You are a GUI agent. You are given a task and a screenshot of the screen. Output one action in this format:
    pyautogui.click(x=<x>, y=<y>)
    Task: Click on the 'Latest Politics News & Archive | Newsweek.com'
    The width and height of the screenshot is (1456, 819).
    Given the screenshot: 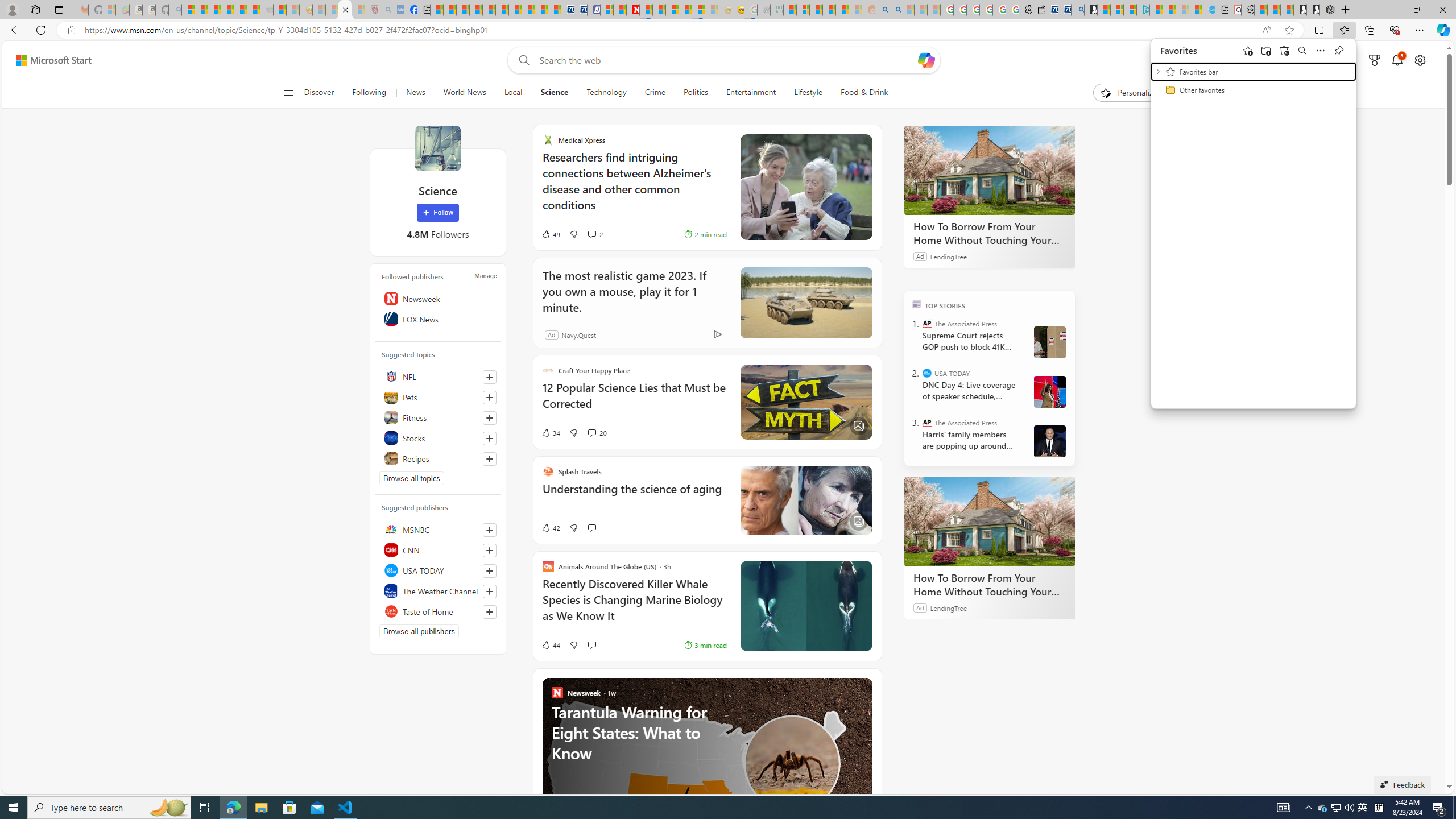 What is the action you would take?
    pyautogui.click(x=632, y=9)
    